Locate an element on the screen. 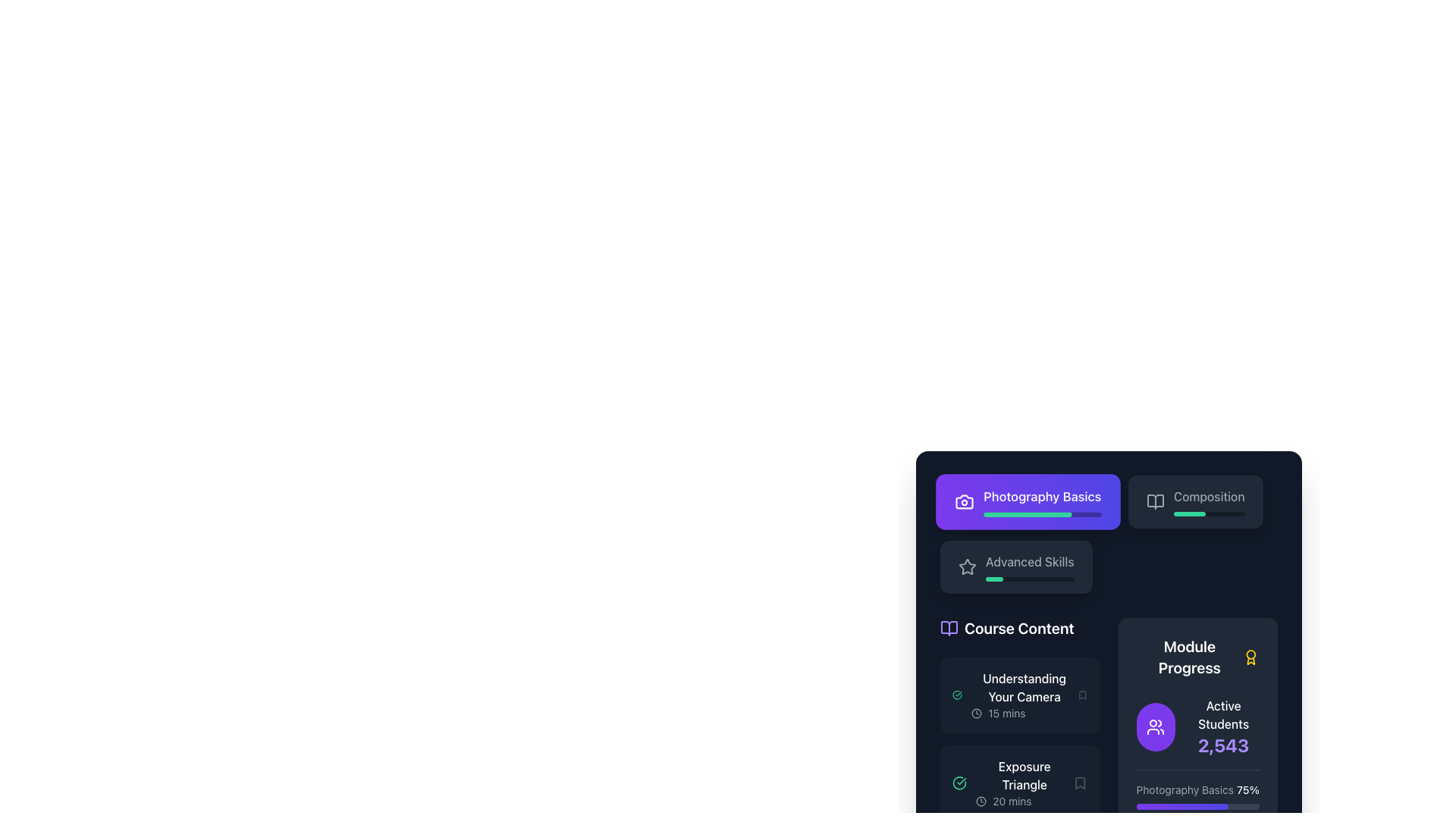  the 'Active Students' icon button located in the bottom right corner of the 'Module Progress' section, which serves as a decorative status indicator is located at coordinates (1155, 726).